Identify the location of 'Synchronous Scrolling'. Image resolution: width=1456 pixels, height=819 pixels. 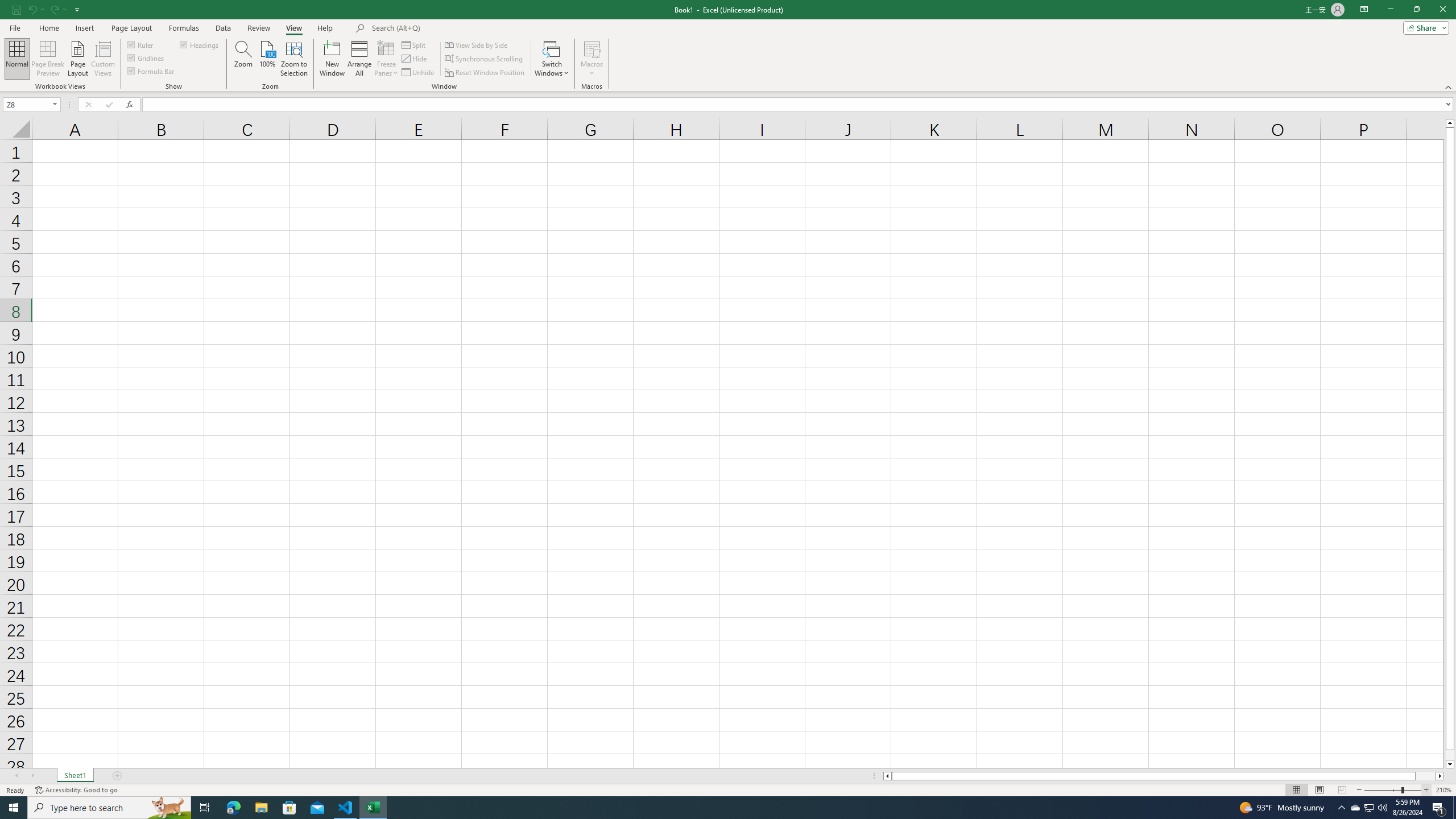
(484, 59).